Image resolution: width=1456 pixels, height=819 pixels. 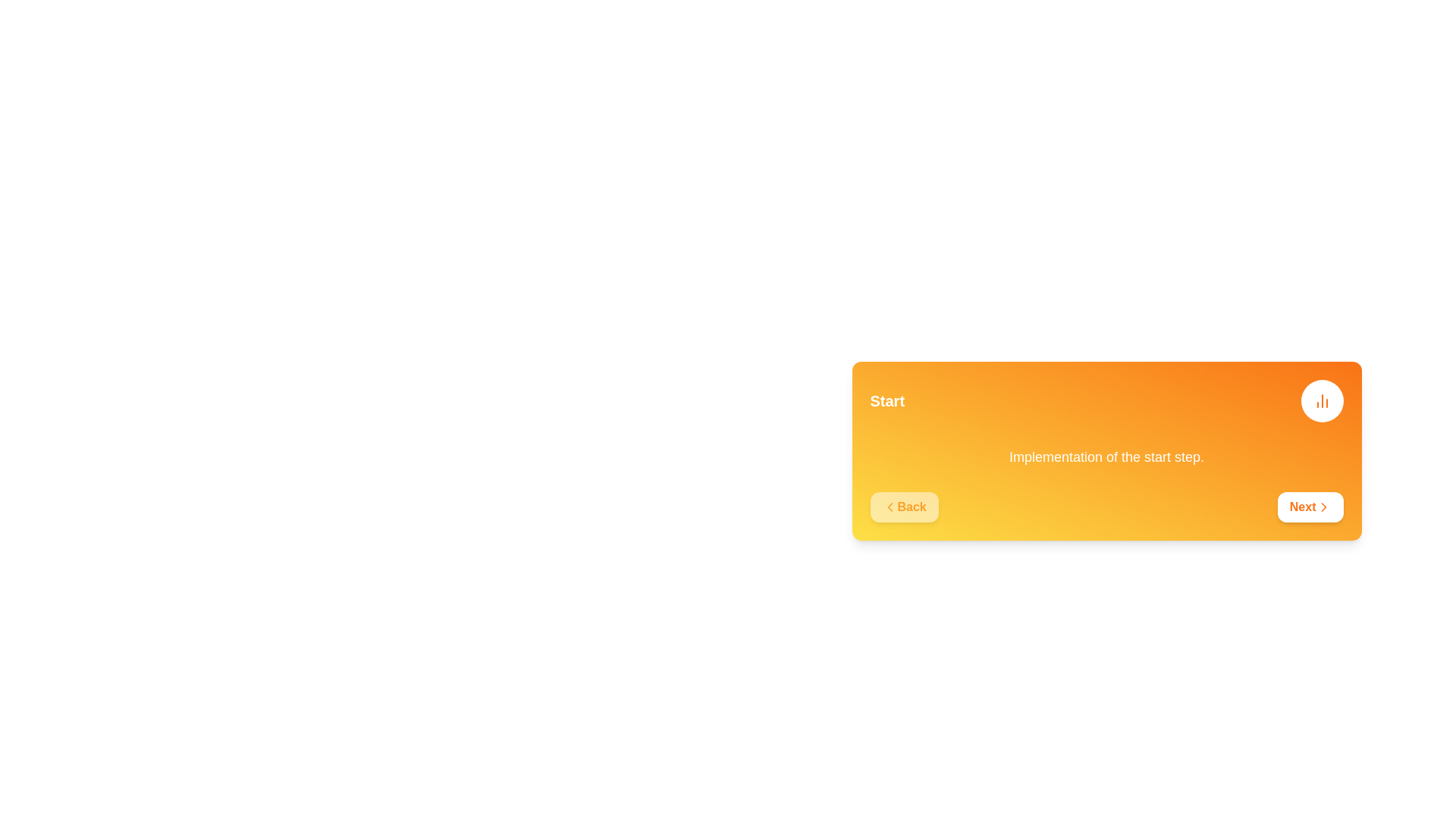 What do you see at coordinates (1323, 507) in the screenshot?
I see `the right-pointing chevron icon within the 'Next' button located at the bottom-right corner of the orange gradient card` at bounding box center [1323, 507].